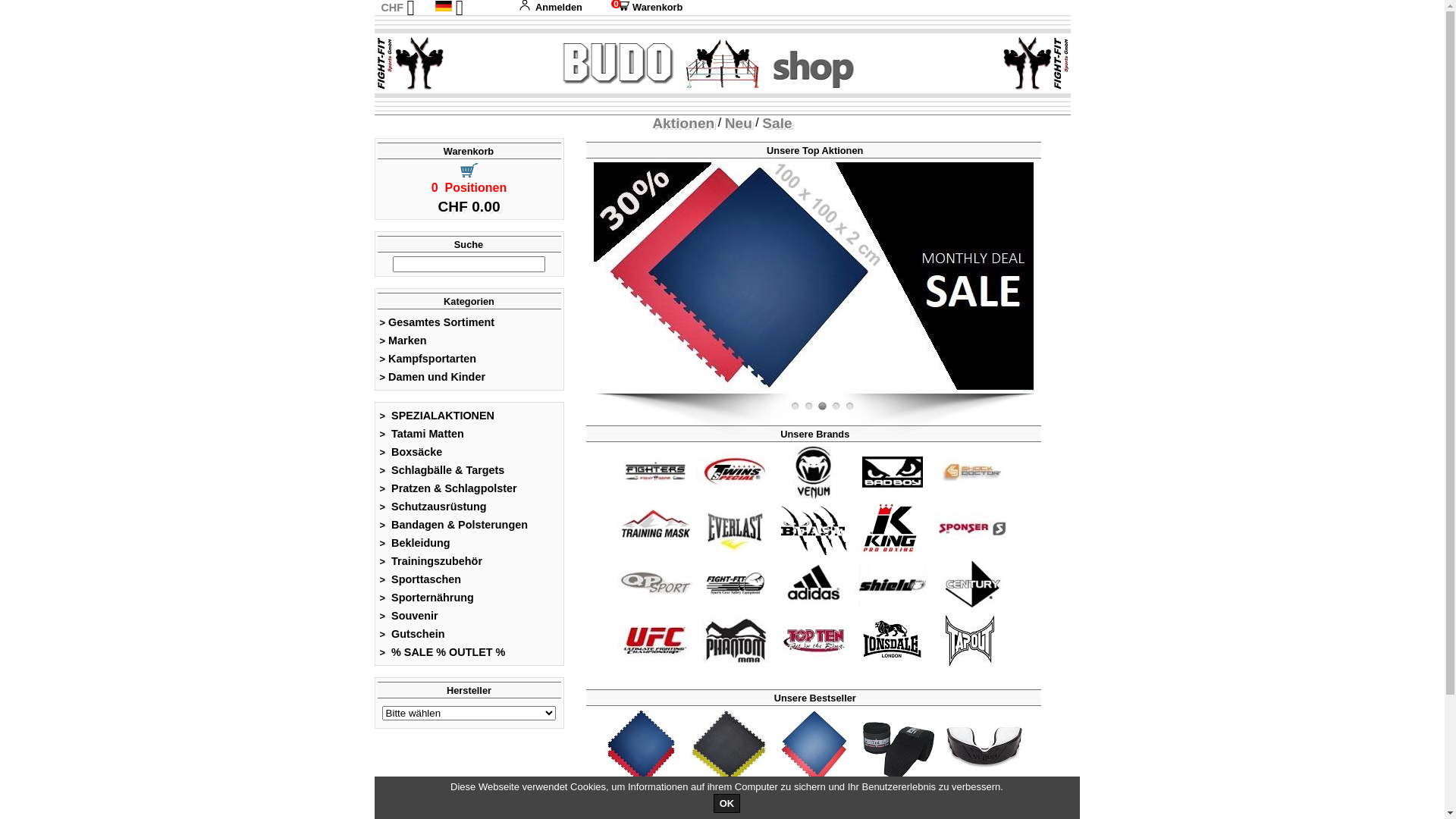 The image size is (1456, 819). I want to click on '>  Gutschein', so click(412, 634).